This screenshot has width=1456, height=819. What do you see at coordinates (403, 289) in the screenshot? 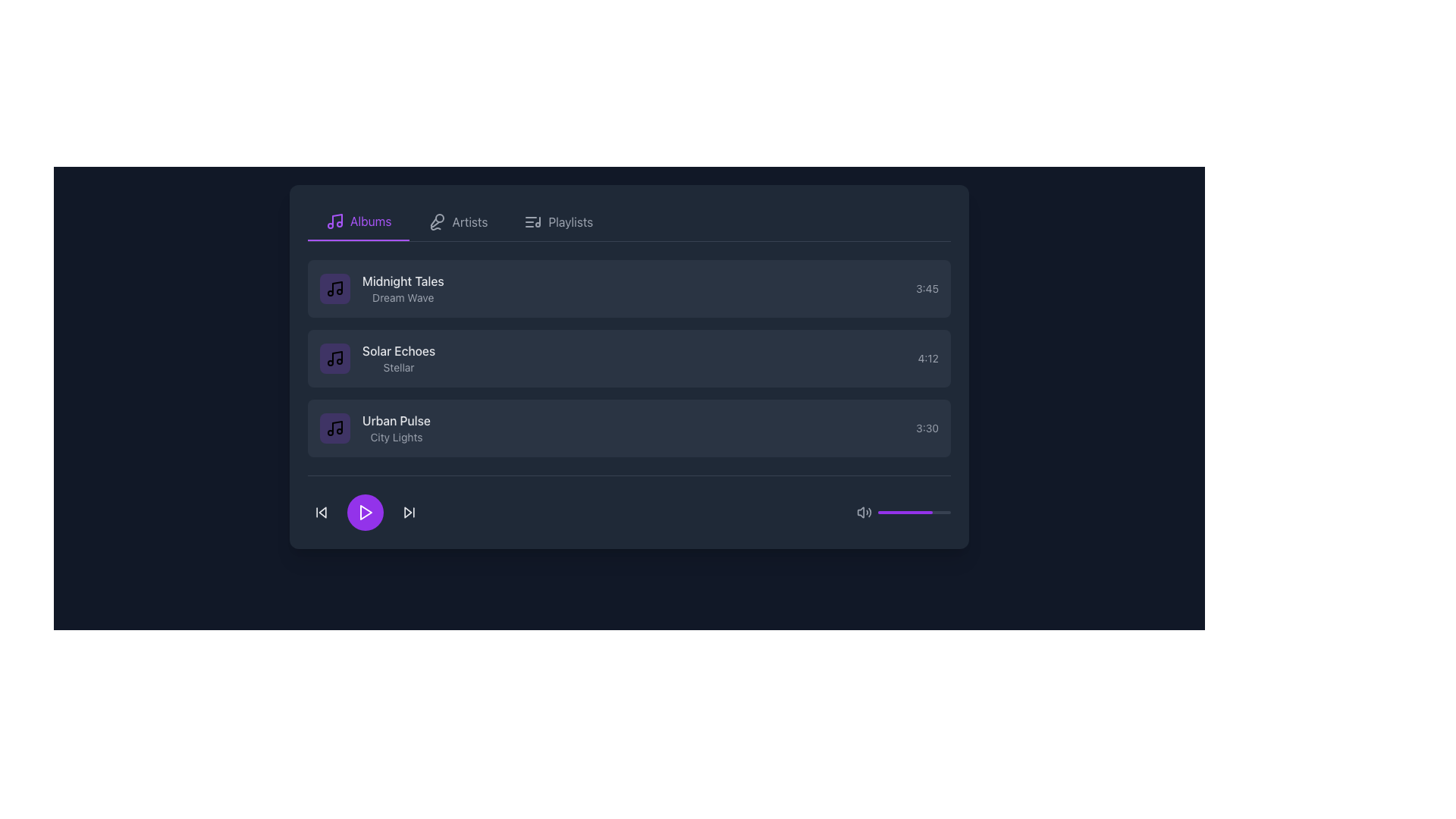
I see `the 'Midnight Tales' text in the Albums section` at bounding box center [403, 289].